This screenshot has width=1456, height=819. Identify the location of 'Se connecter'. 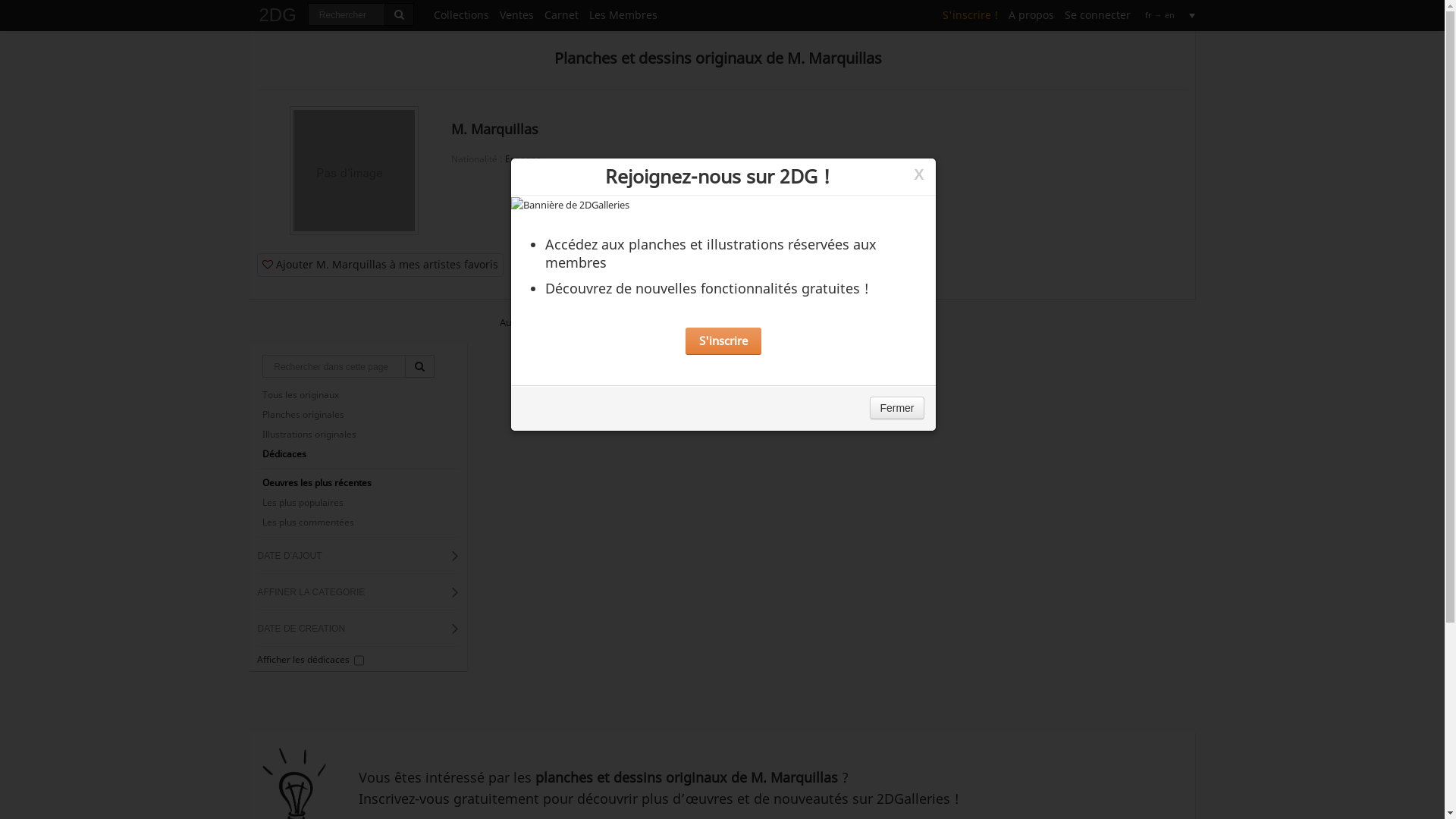
(1097, 14).